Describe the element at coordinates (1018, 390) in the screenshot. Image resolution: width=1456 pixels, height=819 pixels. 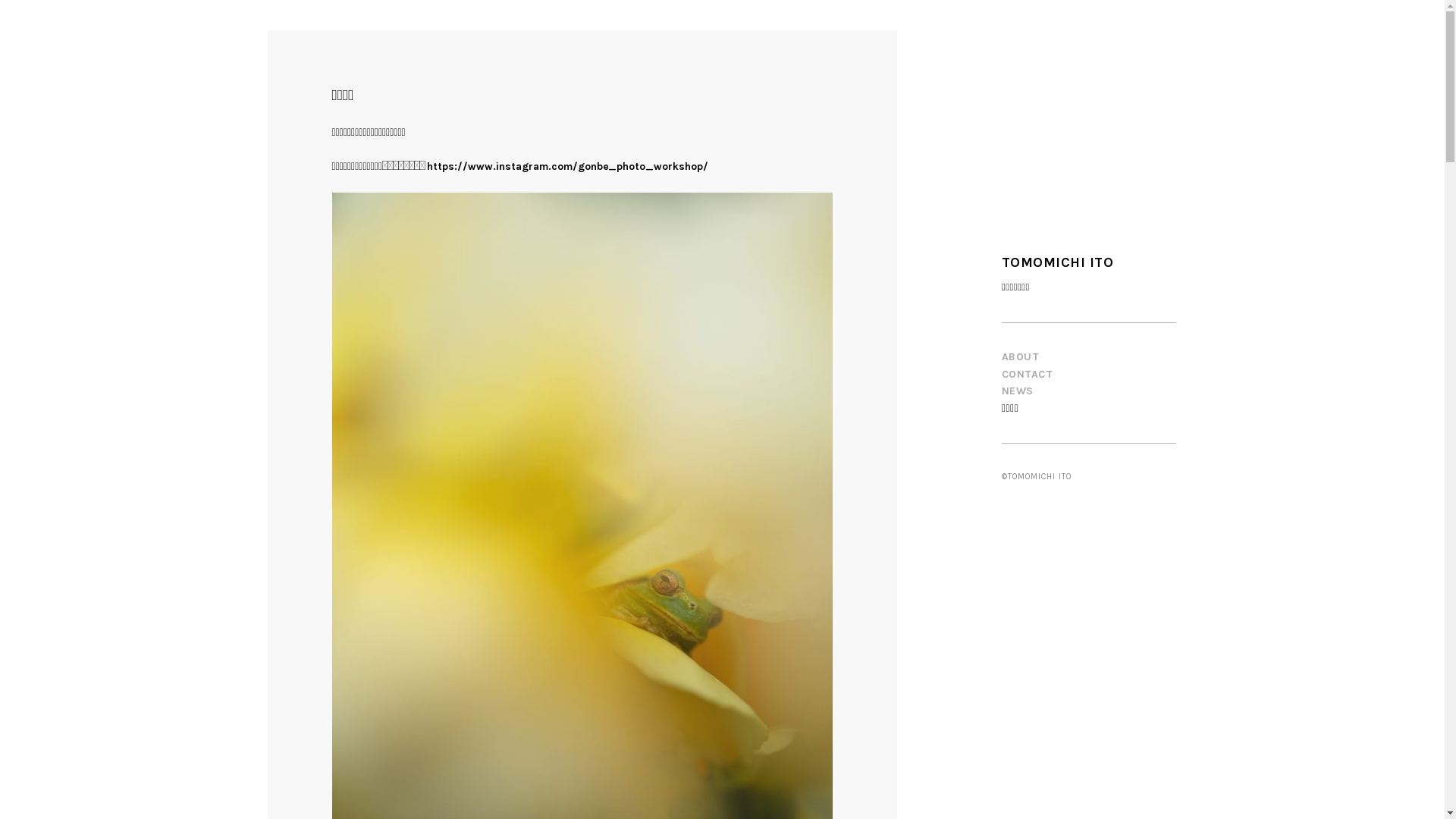
I see `'NEWS'` at that location.